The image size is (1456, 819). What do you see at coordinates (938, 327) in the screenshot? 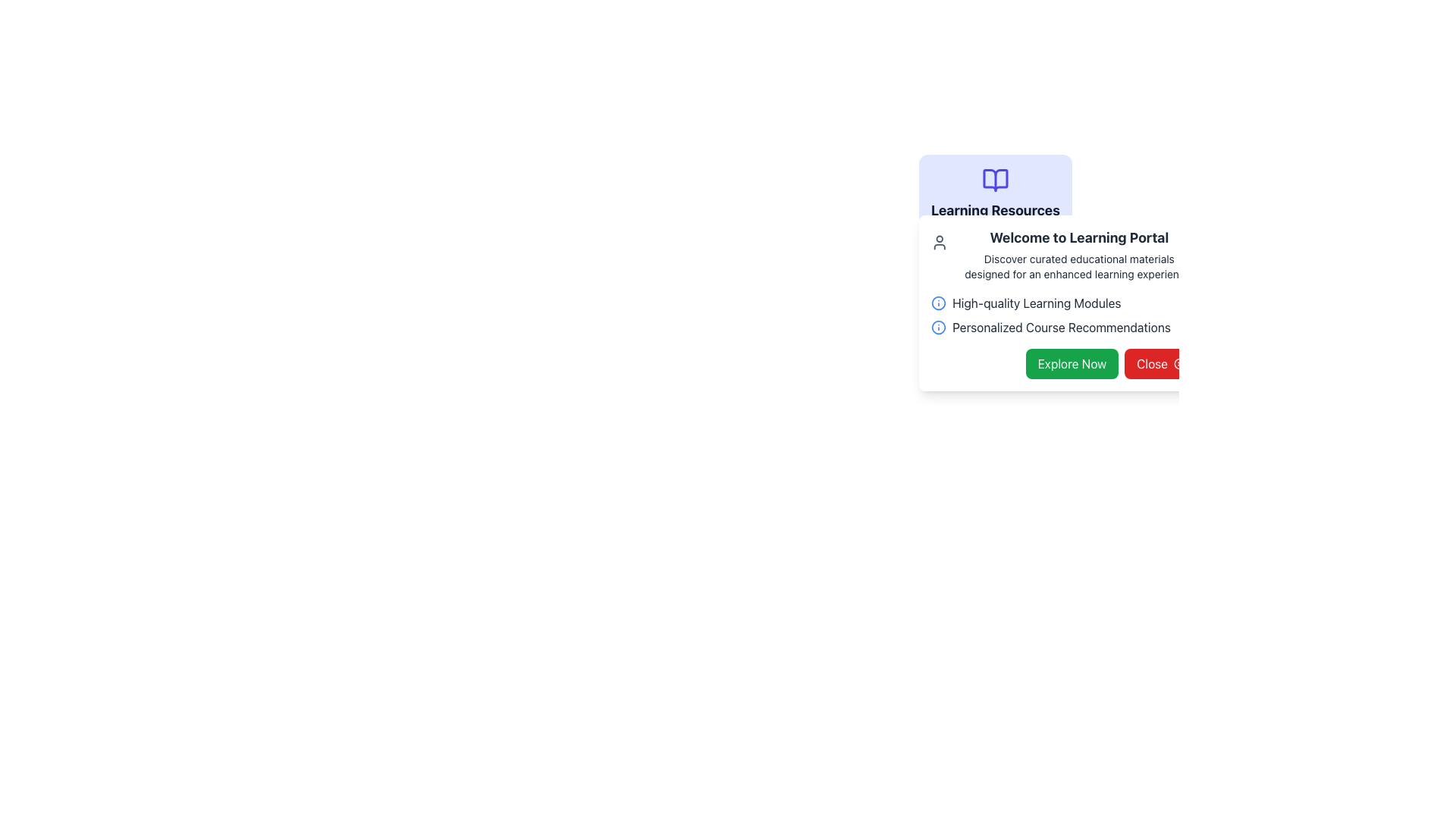
I see `the circular SVG element at the center of the info icon, which has no visible fill or stroke and blends into the background` at bounding box center [938, 327].